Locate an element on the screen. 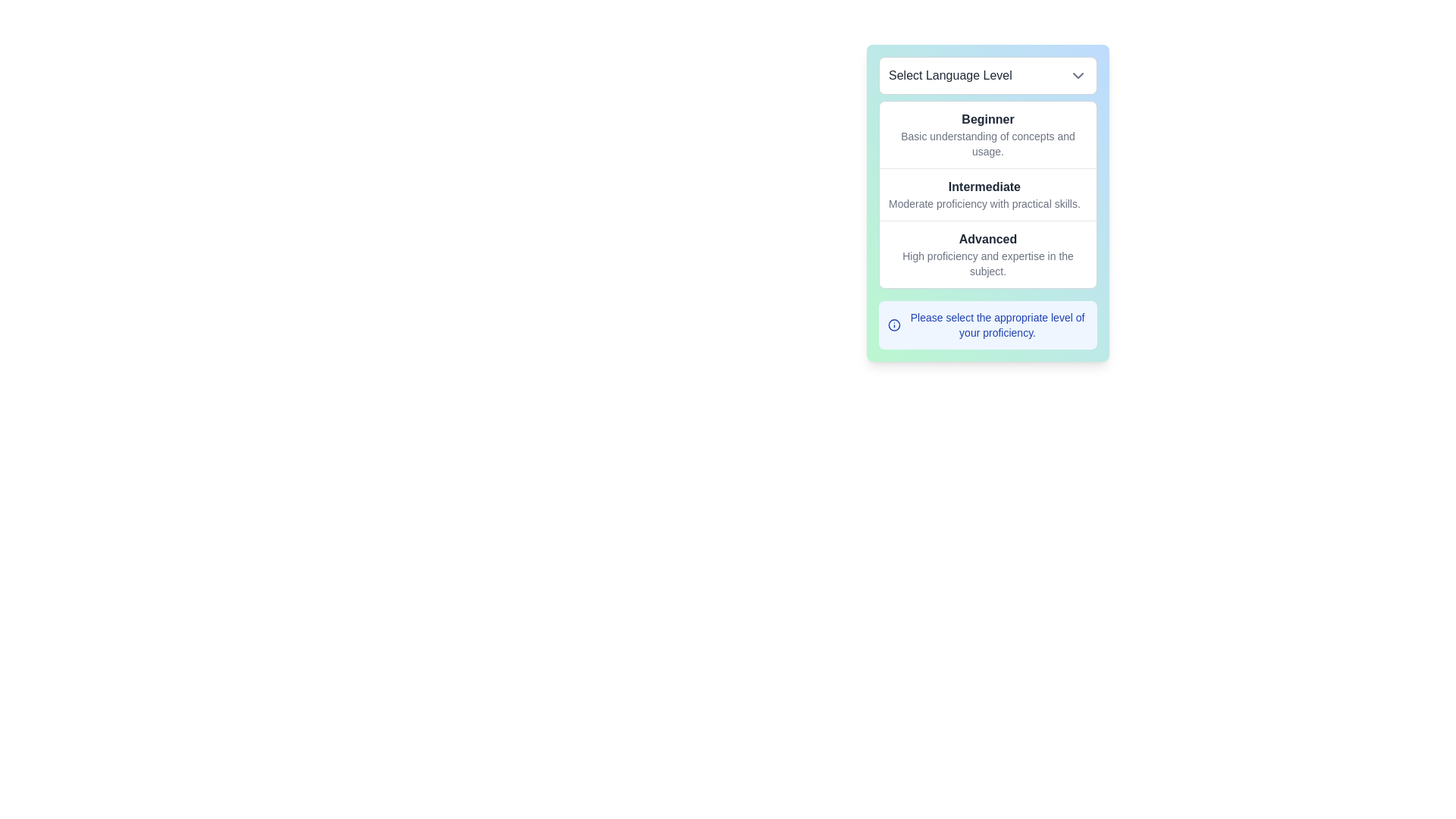 This screenshot has width=1456, height=819. informational message box located at the bottom of the layout, underneath the proficiency level options (Beginner, Intermediate, Advanced) is located at coordinates (987, 324).